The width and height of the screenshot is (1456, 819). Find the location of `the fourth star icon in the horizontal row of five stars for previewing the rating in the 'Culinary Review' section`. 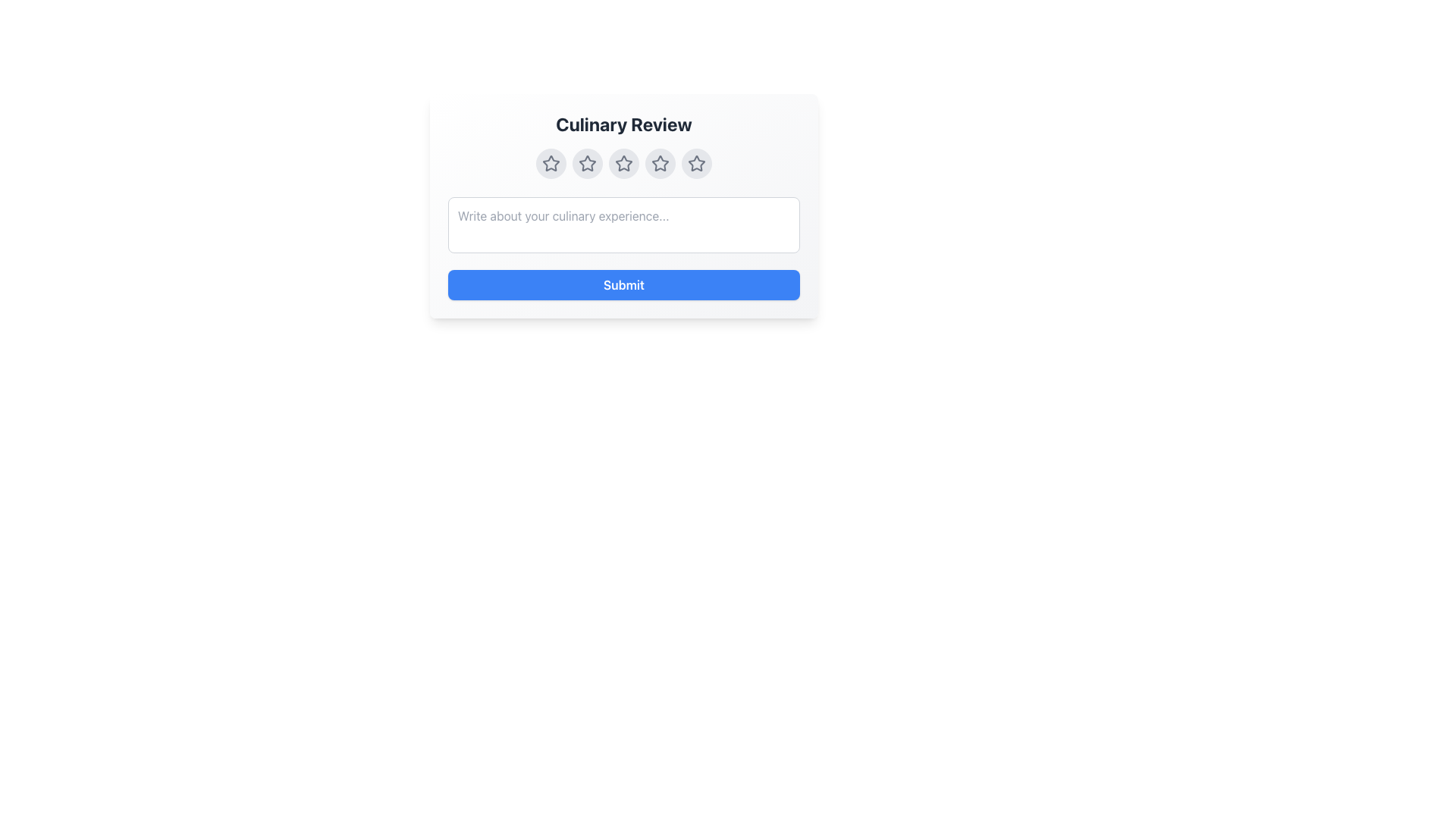

the fourth star icon in the horizontal row of five stars for previewing the rating in the 'Culinary Review' section is located at coordinates (660, 163).